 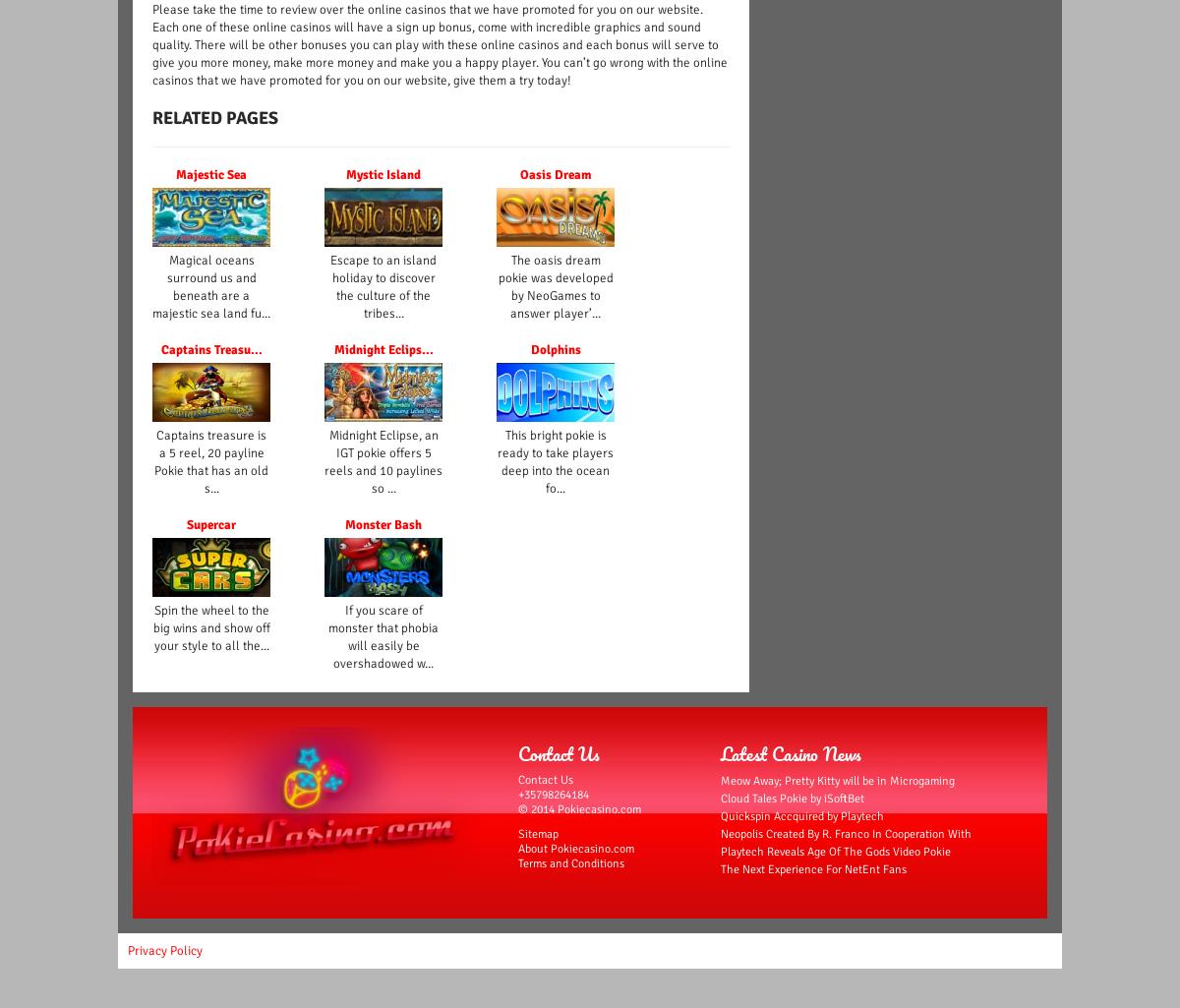 I want to click on 'The oasis dream pokie was developed by NeoGames to answer player’...', so click(x=554, y=287).